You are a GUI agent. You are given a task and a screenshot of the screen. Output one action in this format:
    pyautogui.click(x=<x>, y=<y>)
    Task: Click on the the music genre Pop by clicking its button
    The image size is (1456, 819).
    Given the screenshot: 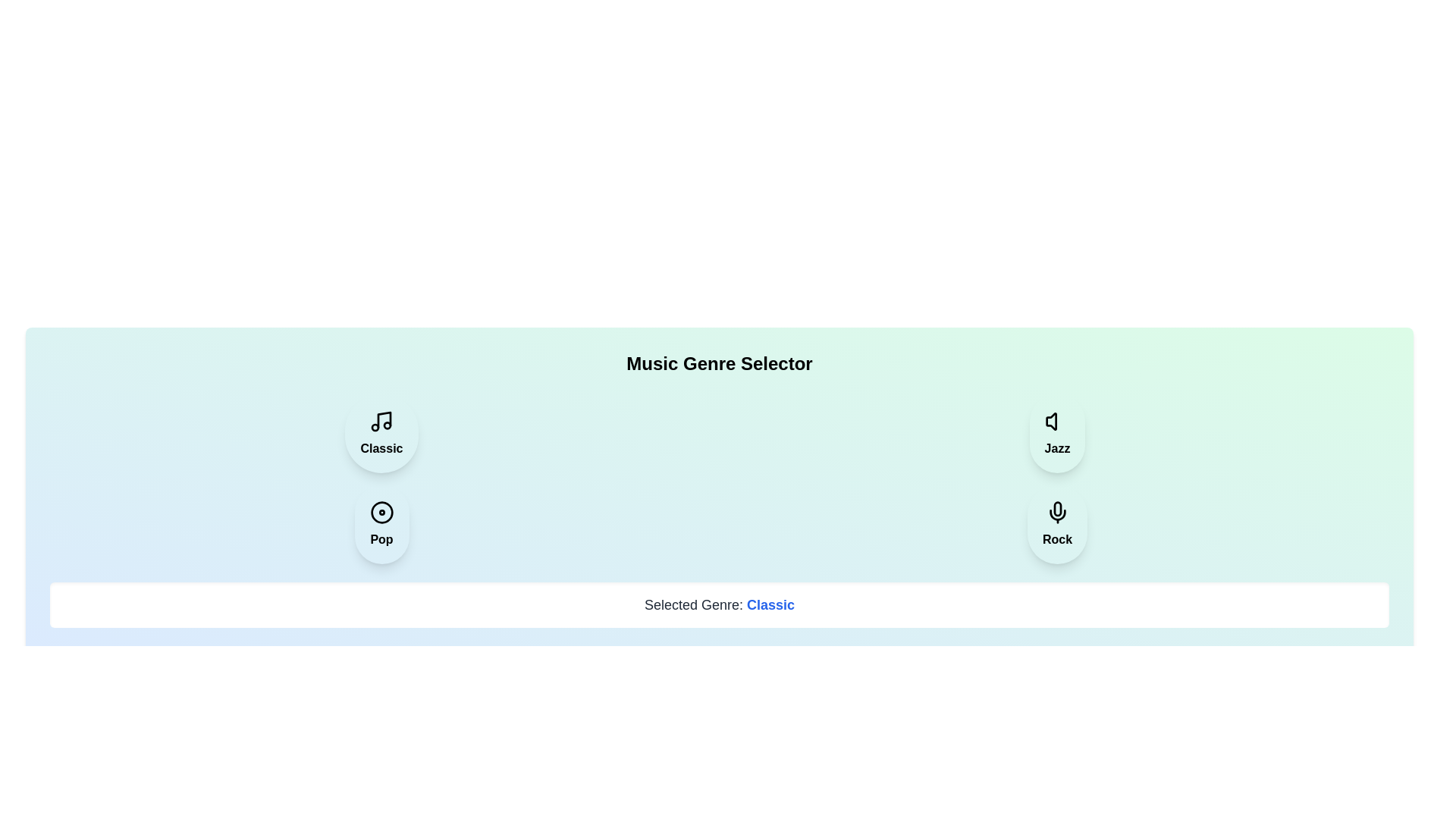 What is the action you would take?
    pyautogui.click(x=381, y=523)
    